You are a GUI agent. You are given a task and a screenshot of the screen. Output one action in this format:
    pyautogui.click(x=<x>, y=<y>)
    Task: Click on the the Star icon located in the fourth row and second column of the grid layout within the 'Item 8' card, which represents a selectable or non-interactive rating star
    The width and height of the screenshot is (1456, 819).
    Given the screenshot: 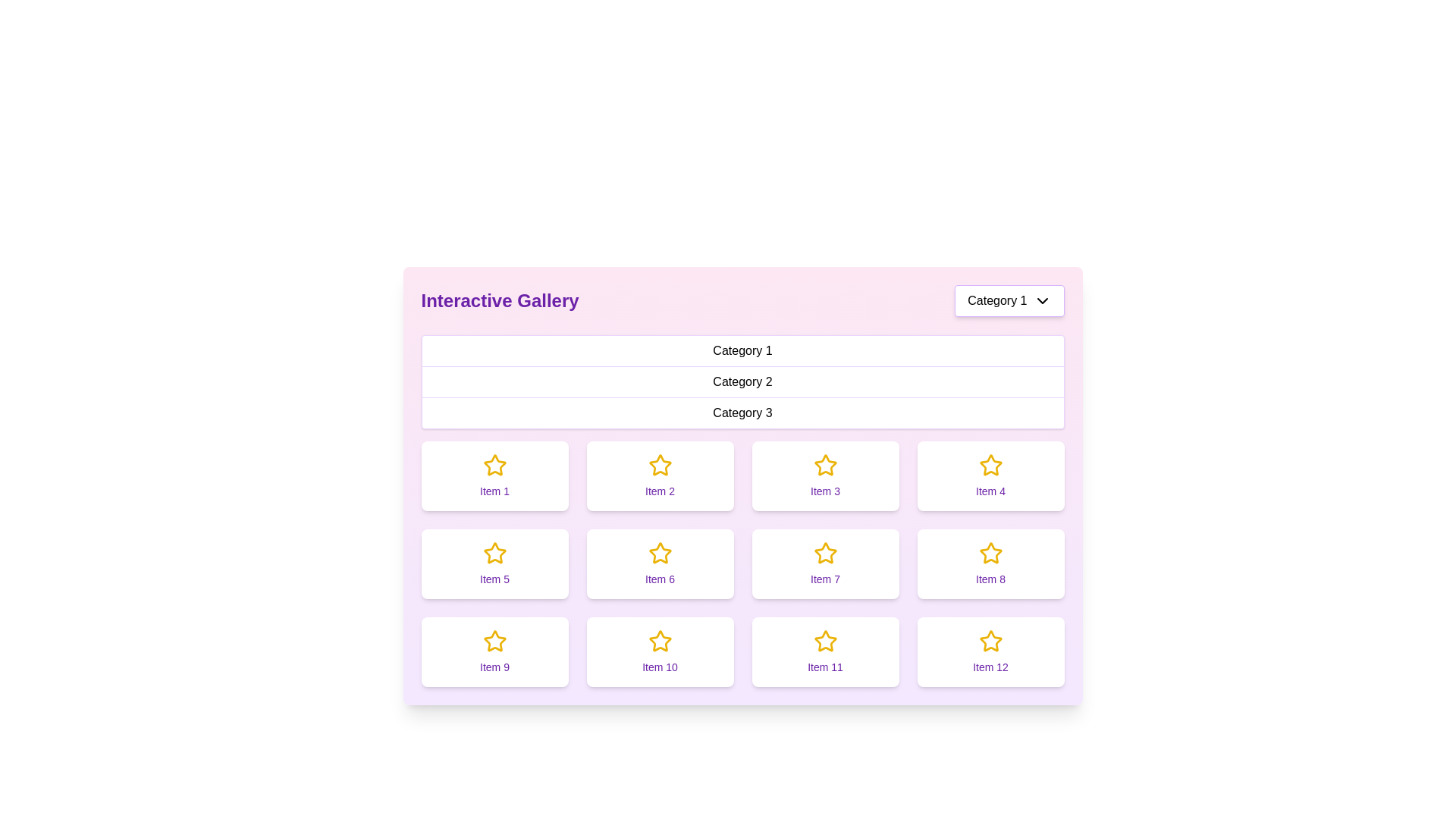 What is the action you would take?
    pyautogui.click(x=990, y=553)
    